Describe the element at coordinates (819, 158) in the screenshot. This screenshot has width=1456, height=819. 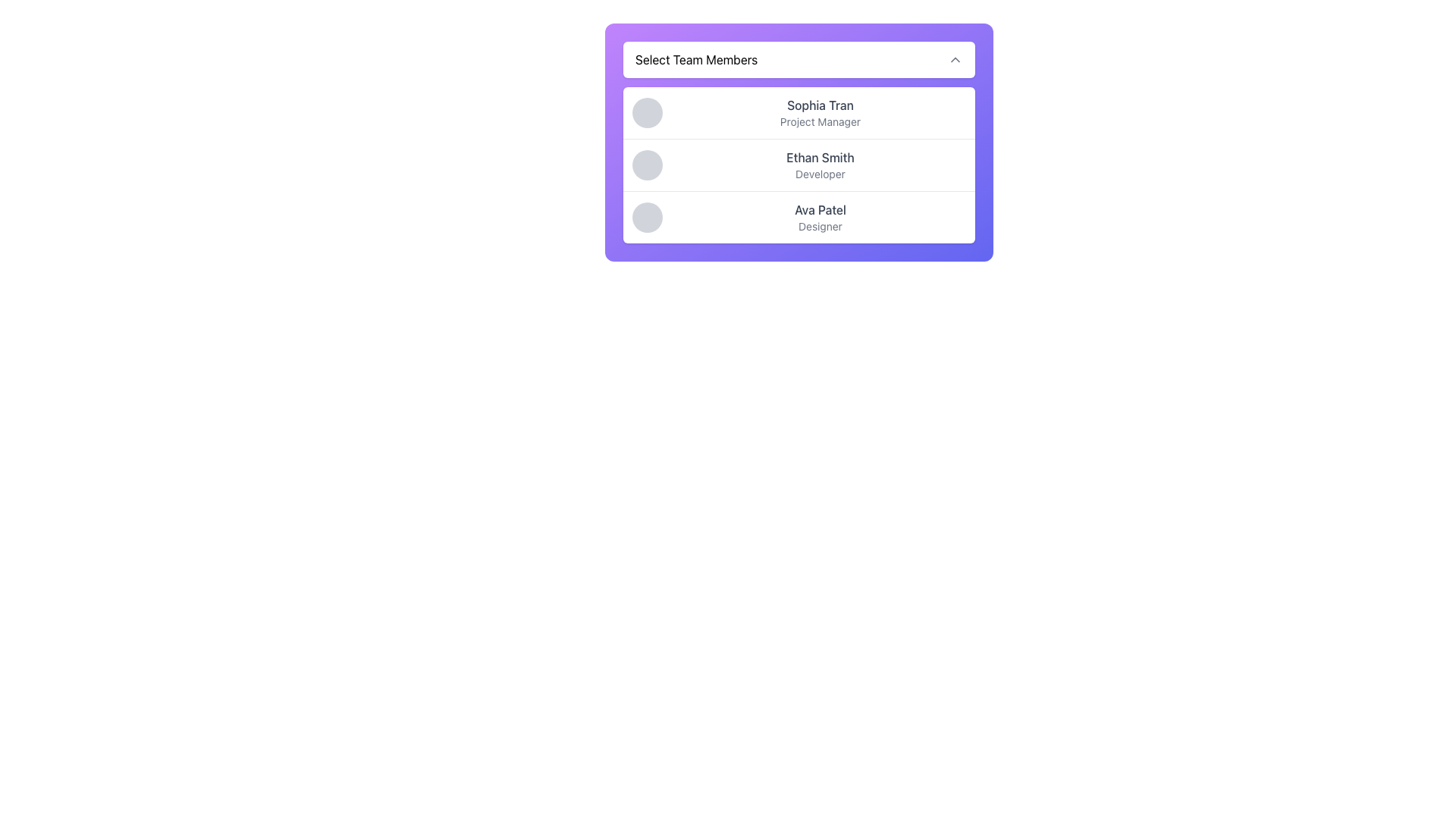
I see `the text label displaying the name 'Ethan Smith', which is styled in gray and positioned as the second entry in the list under 'Select Team Members'` at that location.